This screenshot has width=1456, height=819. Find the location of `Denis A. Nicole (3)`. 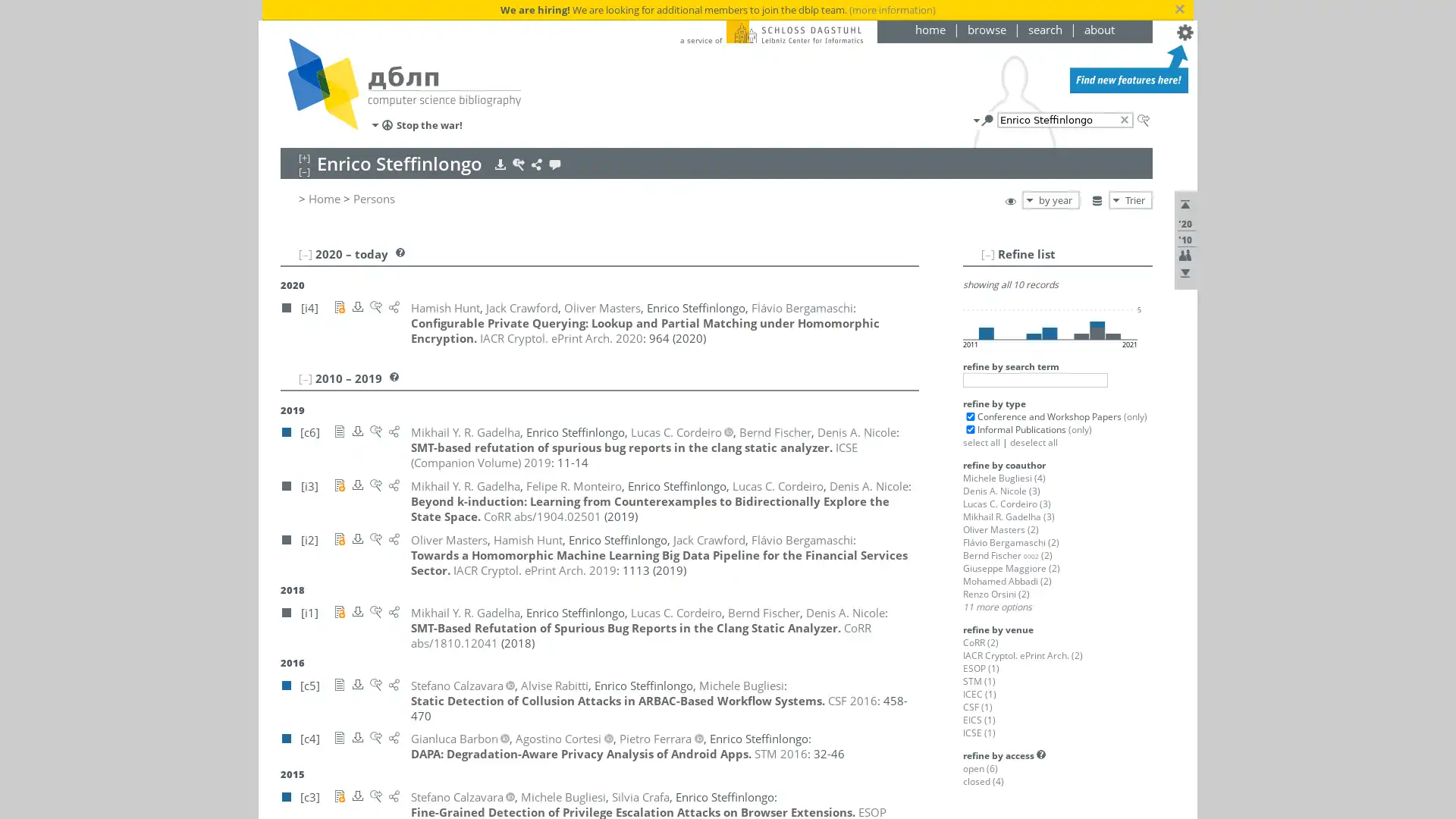

Denis A. Nicole (3) is located at coordinates (1001, 491).